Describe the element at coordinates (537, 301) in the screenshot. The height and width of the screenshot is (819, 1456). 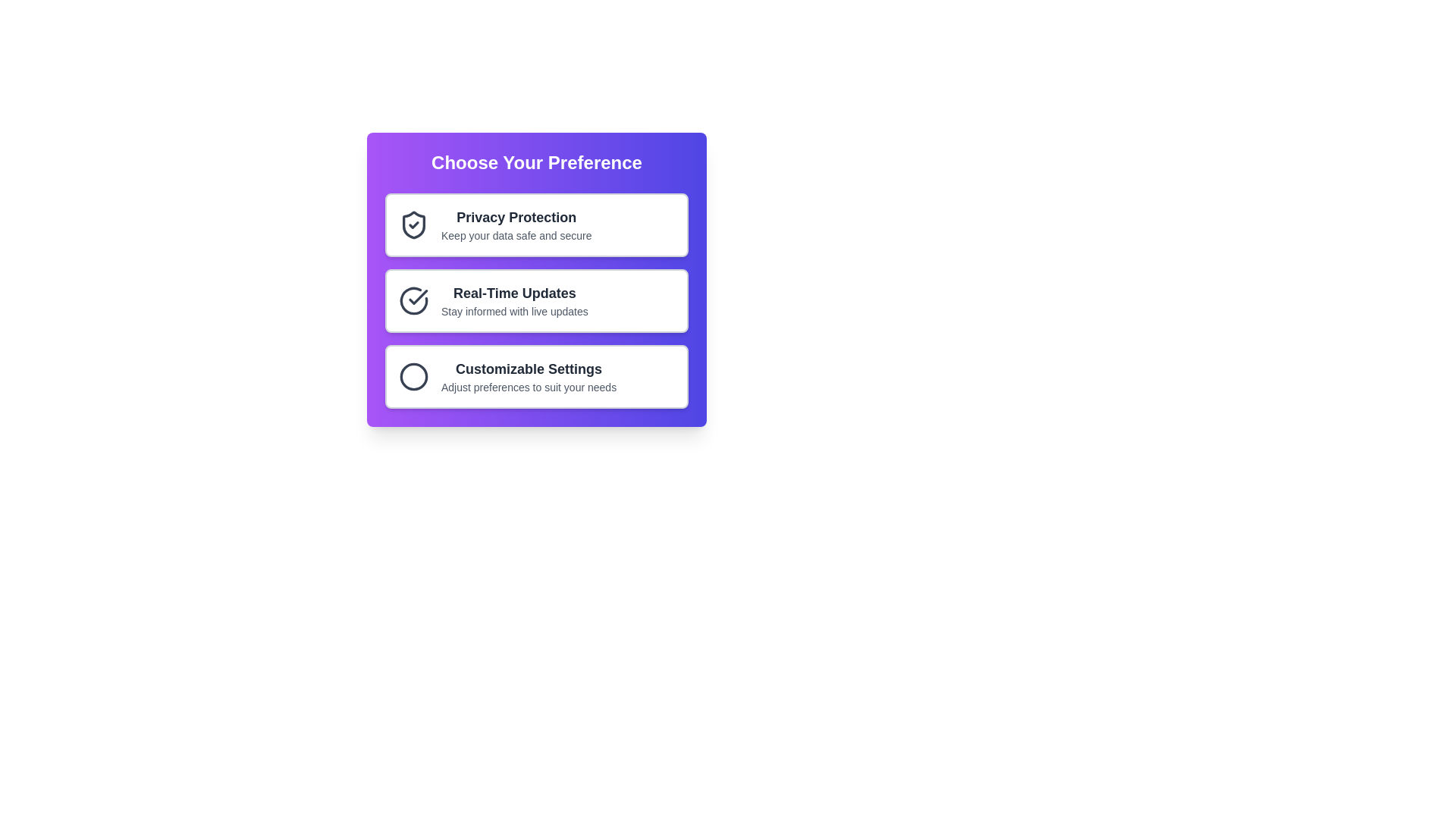
I see `the second option button in the preference menu titled 'Choose Your Preference'` at that location.